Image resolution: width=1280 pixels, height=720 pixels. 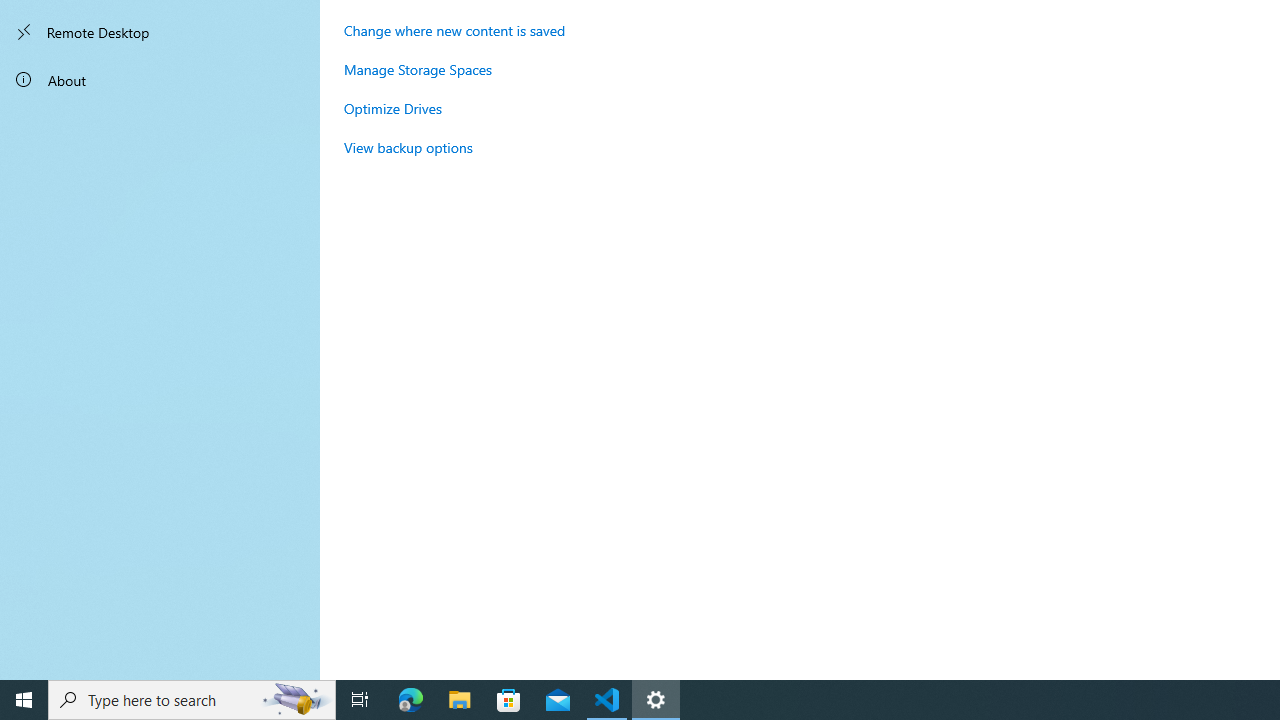 What do you see at coordinates (459, 698) in the screenshot?
I see `'File Explorer'` at bounding box center [459, 698].